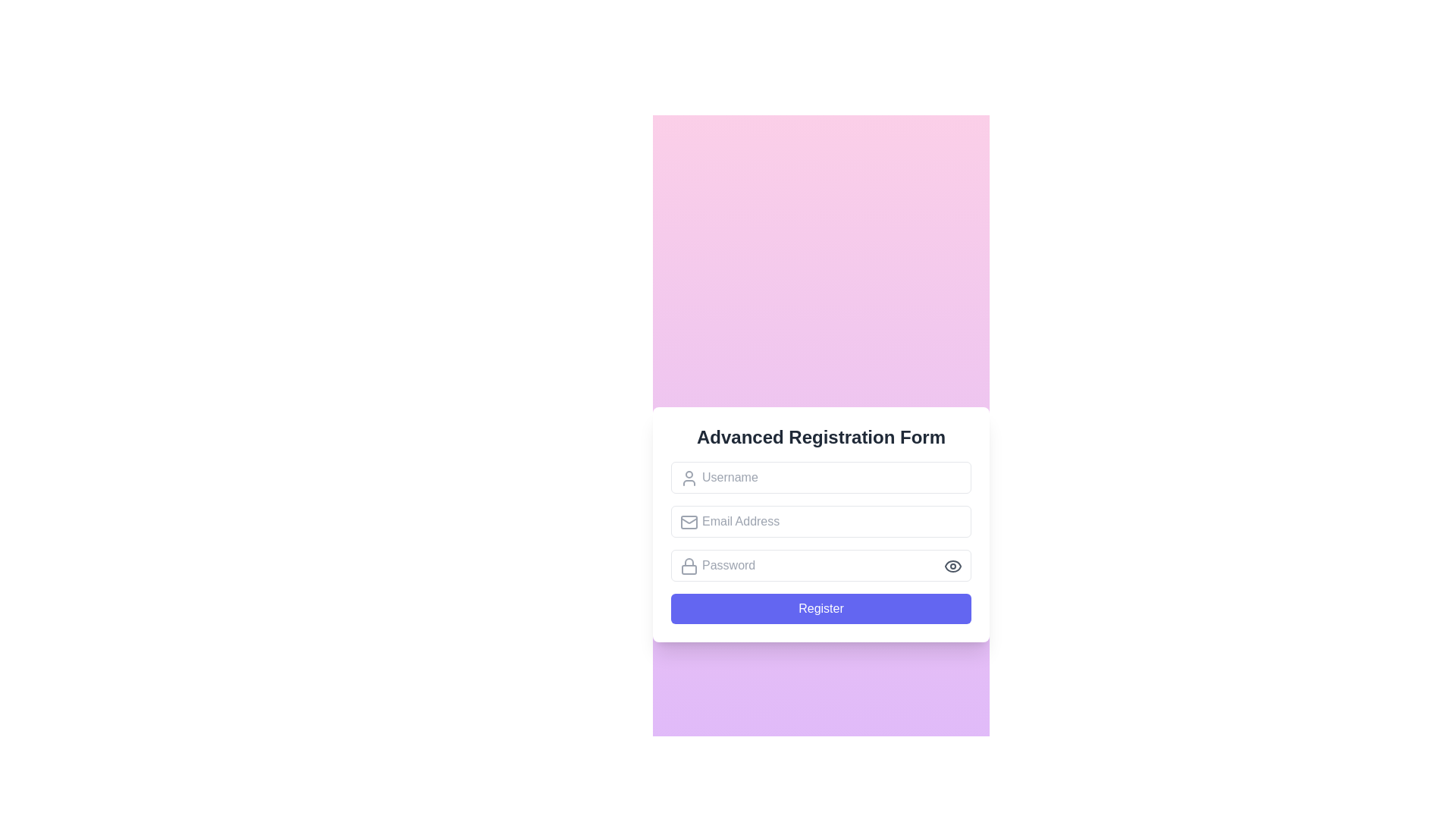 This screenshot has width=1456, height=819. What do you see at coordinates (688, 570) in the screenshot?
I see `the rectangle with rounded corners that resembles the body of a lock, located next to the password input field in the registration form` at bounding box center [688, 570].